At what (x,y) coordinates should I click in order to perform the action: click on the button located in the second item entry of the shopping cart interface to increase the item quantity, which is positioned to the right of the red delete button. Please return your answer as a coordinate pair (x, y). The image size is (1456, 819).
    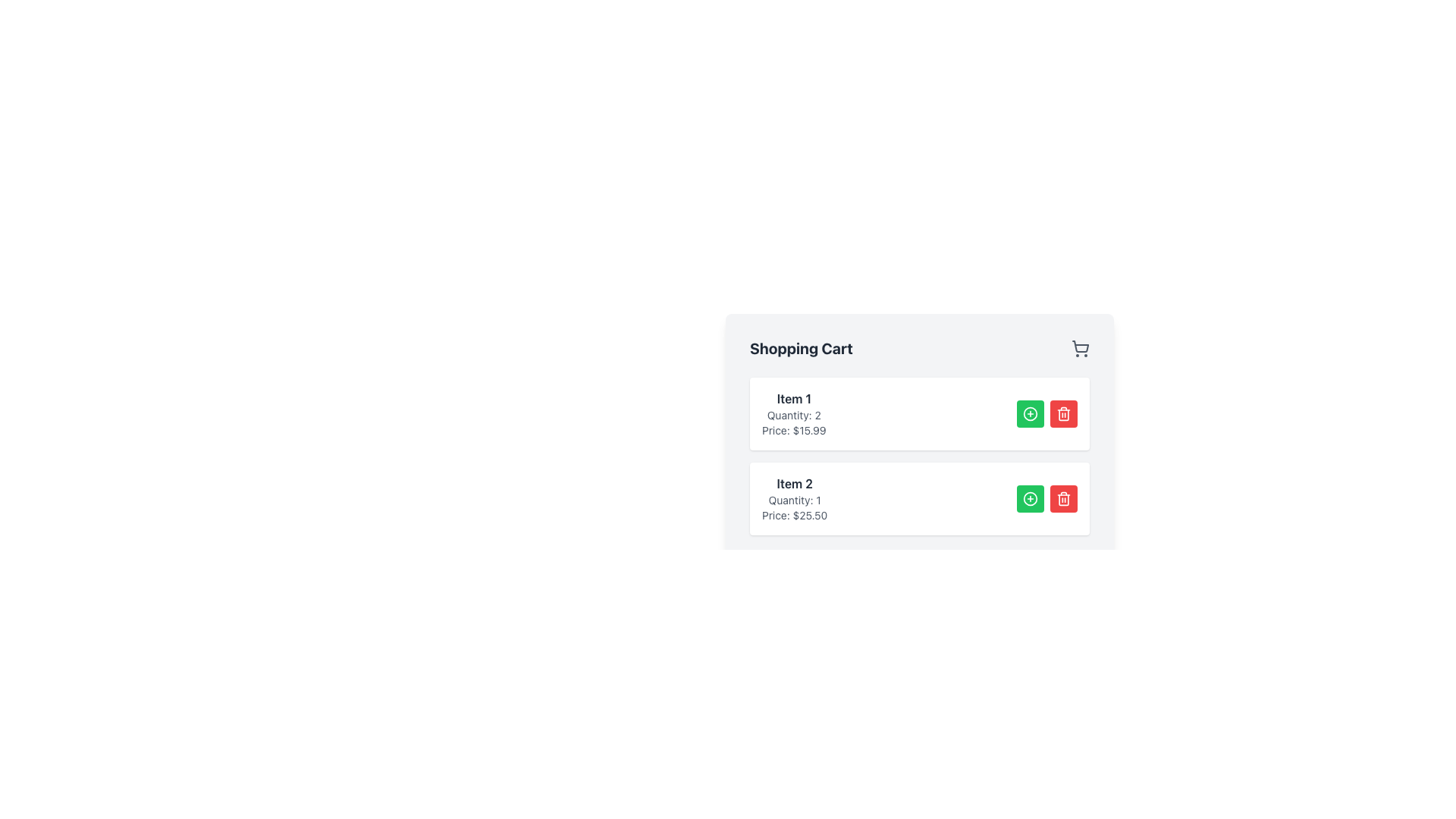
    Looking at the image, I should click on (1030, 499).